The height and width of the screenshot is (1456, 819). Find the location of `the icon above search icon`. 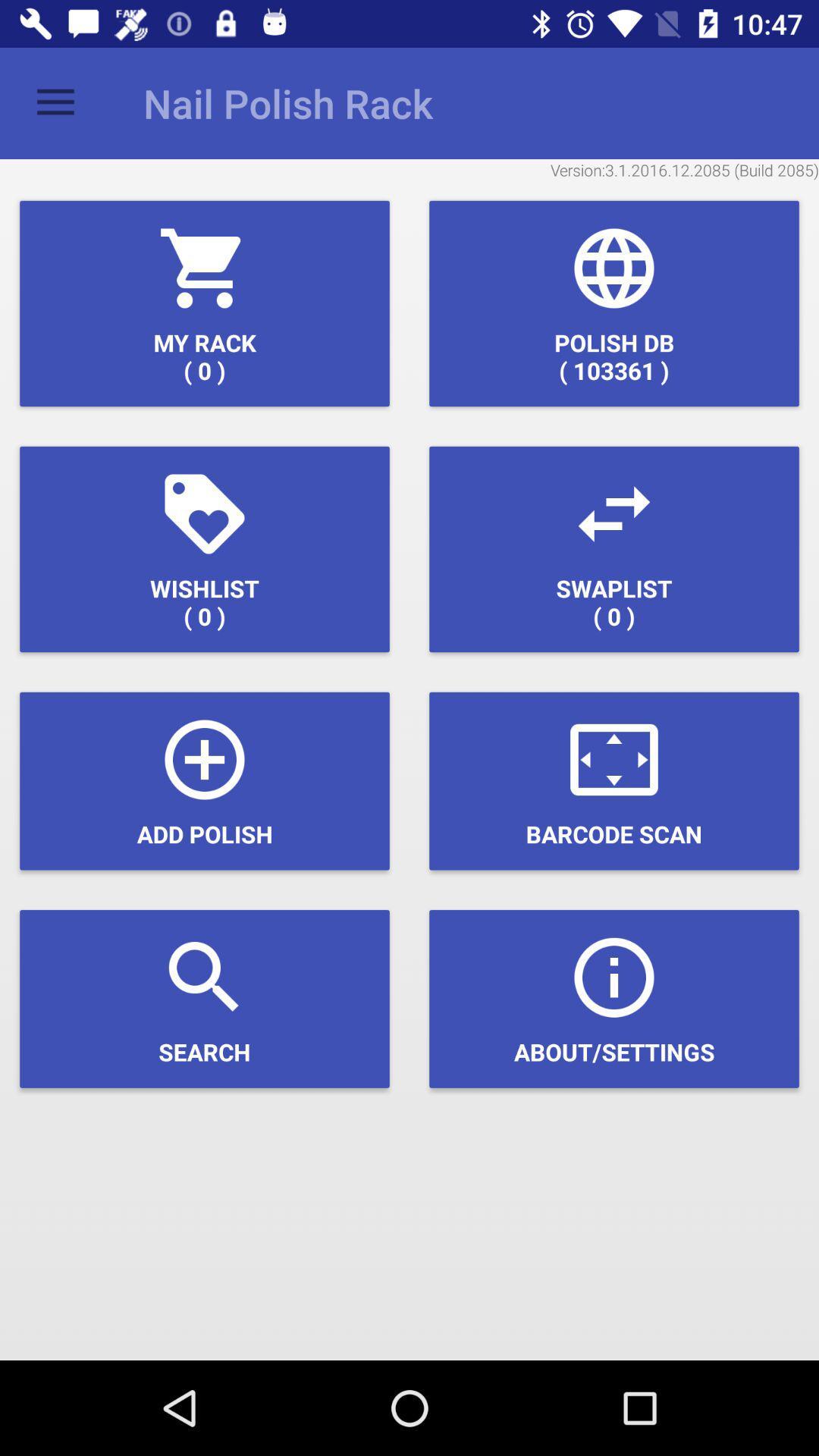

the icon above search icon is located at coordinates (205, 781).